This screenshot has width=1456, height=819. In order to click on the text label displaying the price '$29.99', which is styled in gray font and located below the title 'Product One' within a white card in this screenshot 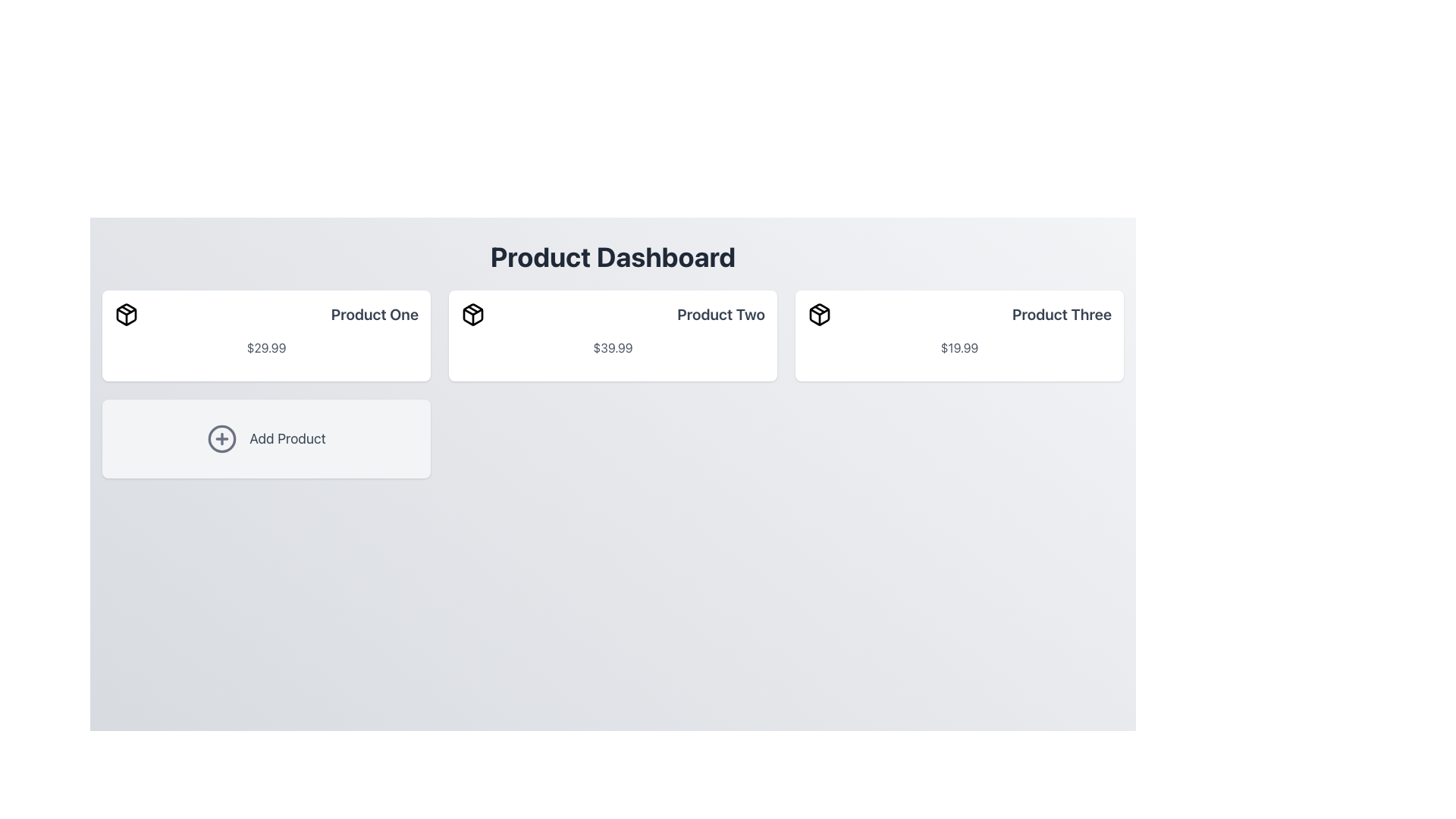, I will do `click(266, 348)`.